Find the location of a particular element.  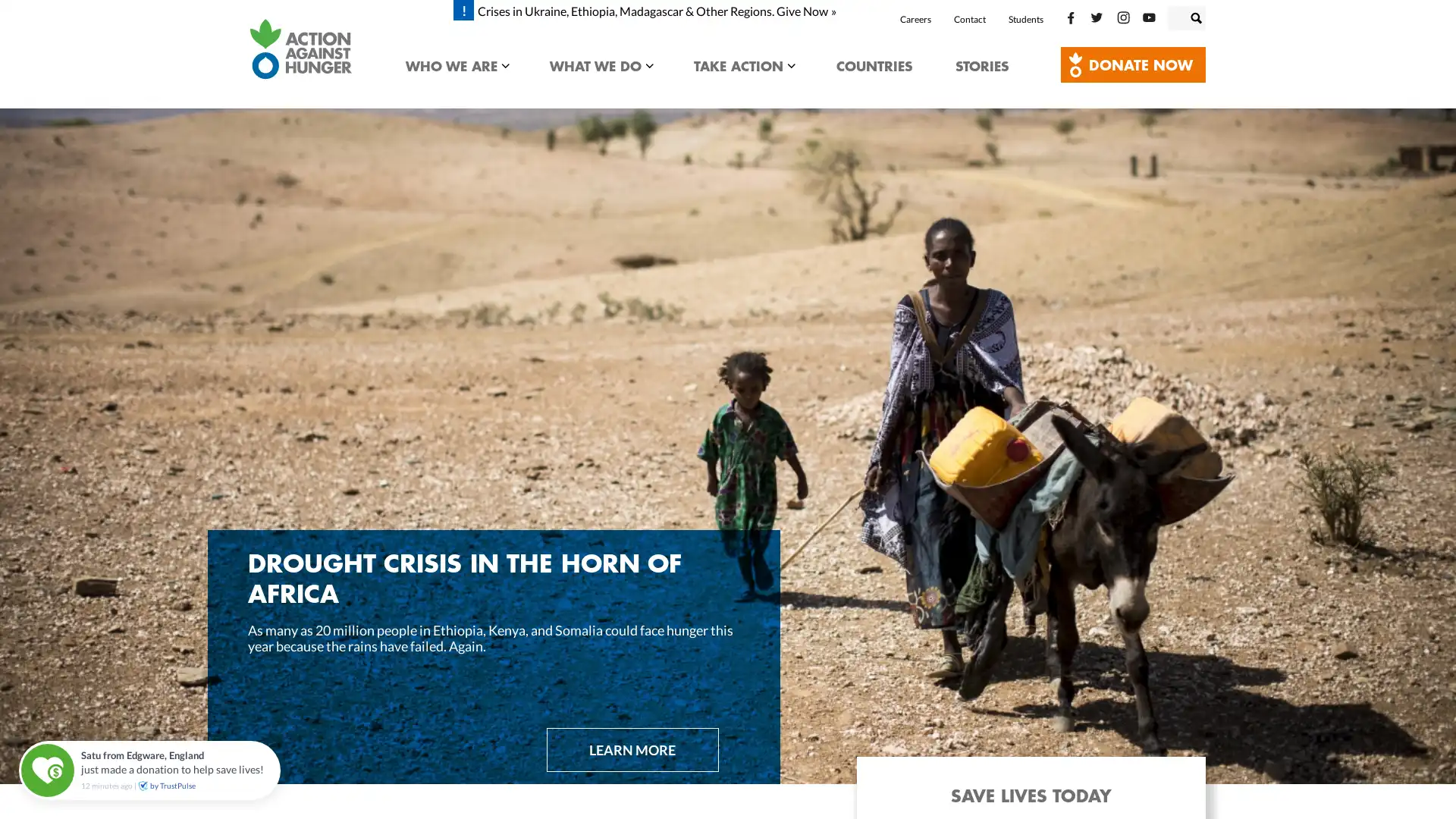

Click Me is located at coordinates (1133, 64).